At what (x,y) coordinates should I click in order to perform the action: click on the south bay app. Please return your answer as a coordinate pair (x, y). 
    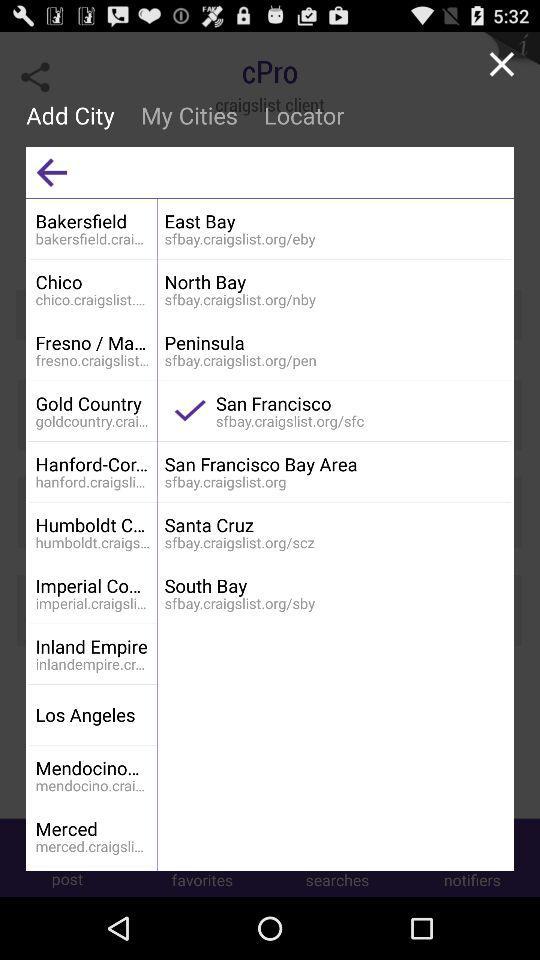
    Looking at the image, I should click on (334, 585).